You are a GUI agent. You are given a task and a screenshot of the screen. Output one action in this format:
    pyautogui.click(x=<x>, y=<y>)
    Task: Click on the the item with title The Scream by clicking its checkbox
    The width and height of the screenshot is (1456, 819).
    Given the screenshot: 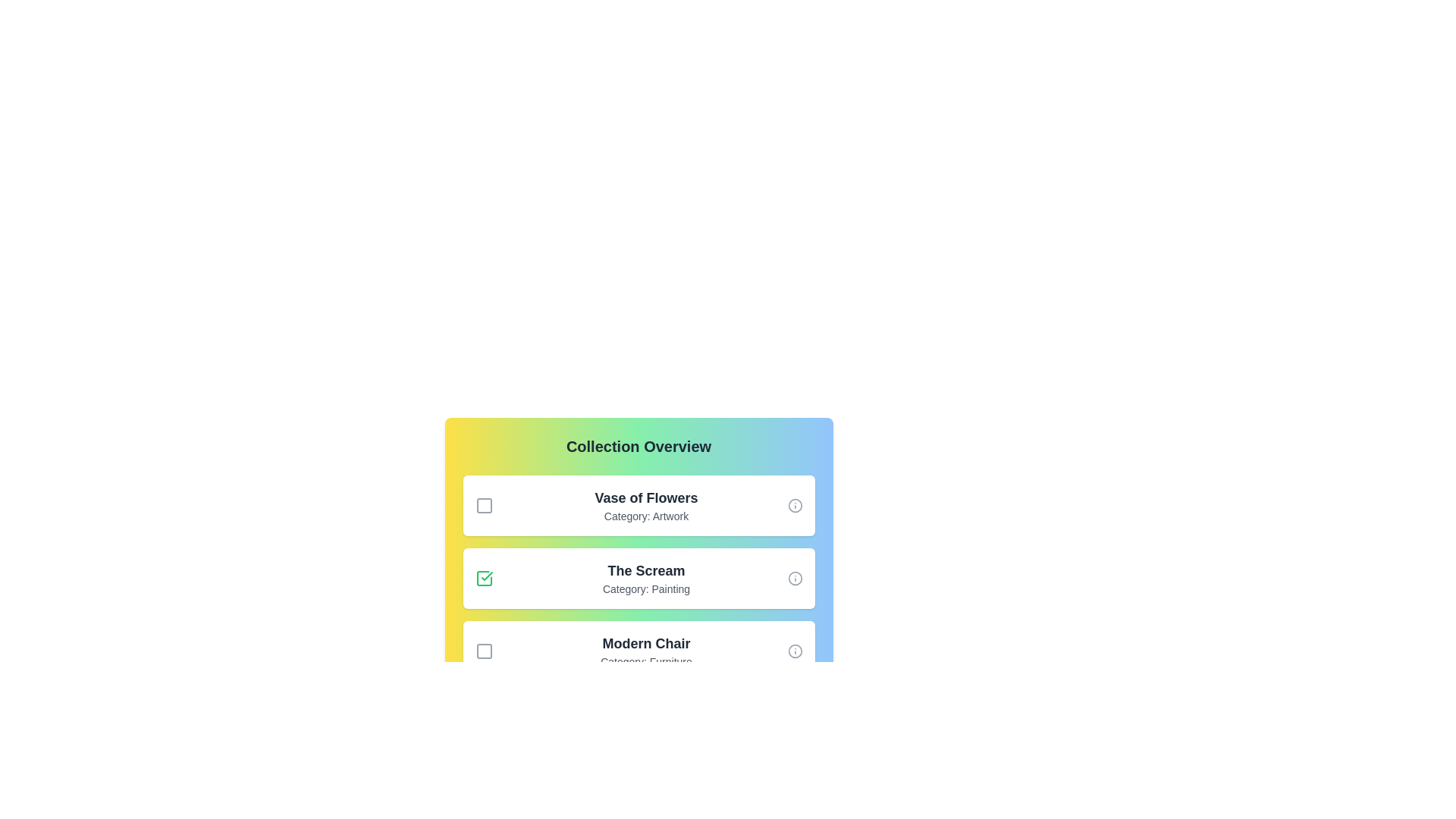 What is the action you would take?
    pyautogui.click(x=483, y=579)
    